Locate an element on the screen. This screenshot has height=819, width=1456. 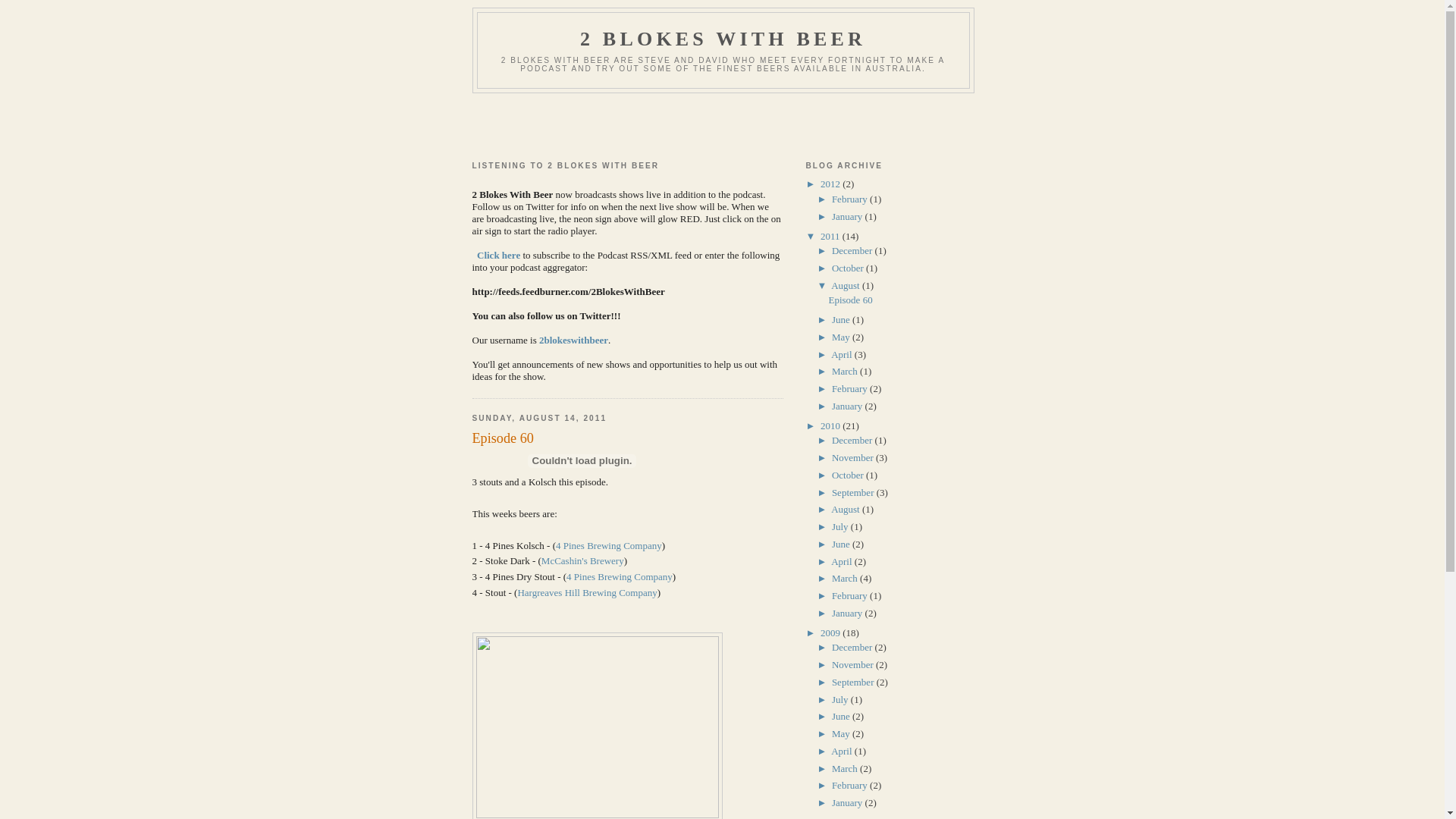
'Hargreaves Hill Brewing Company' is located at coordinates (516, 591).